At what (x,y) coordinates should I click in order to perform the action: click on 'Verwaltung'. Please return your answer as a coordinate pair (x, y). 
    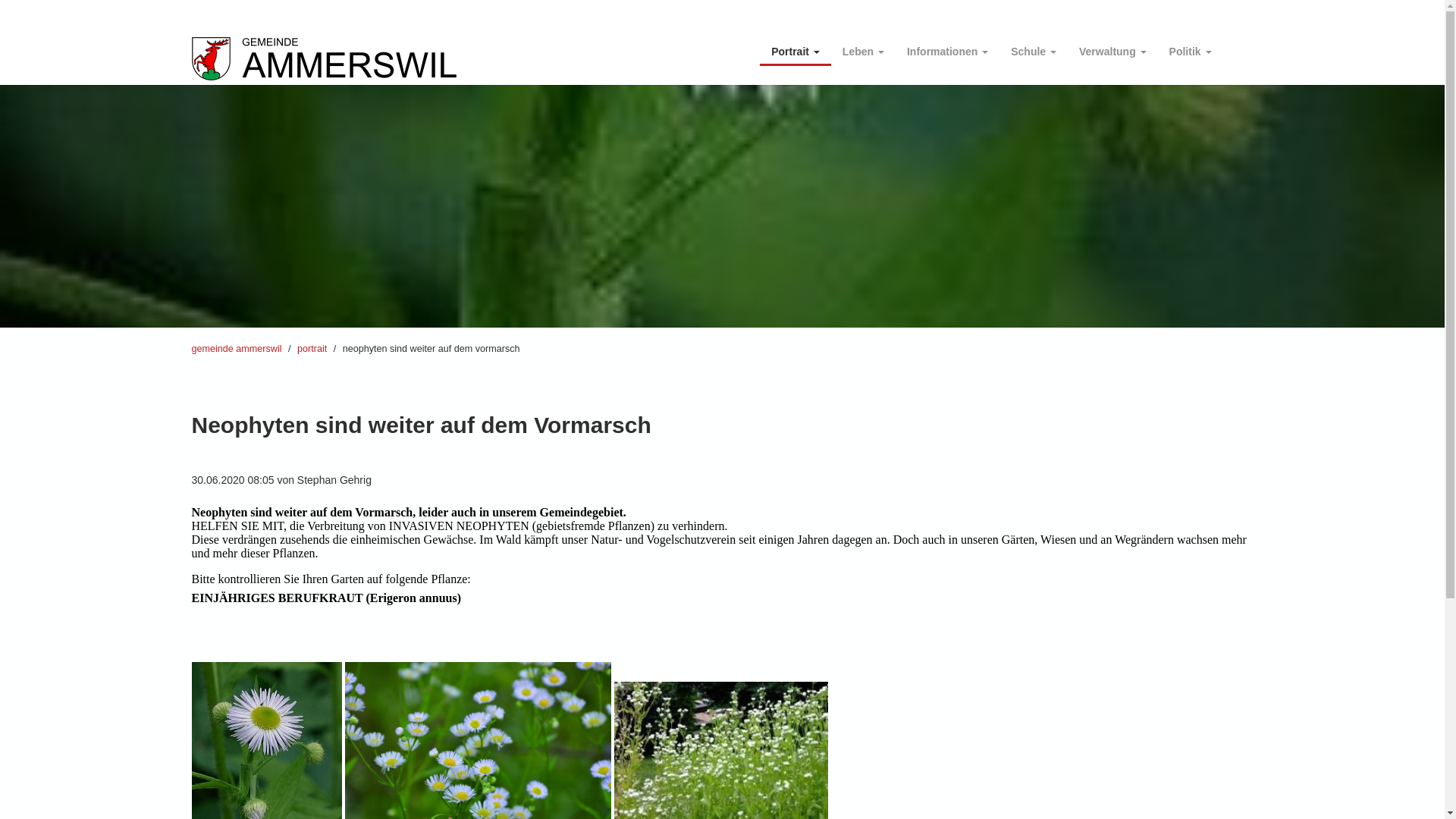
    Looking at the image, I should click on (1112, 47).